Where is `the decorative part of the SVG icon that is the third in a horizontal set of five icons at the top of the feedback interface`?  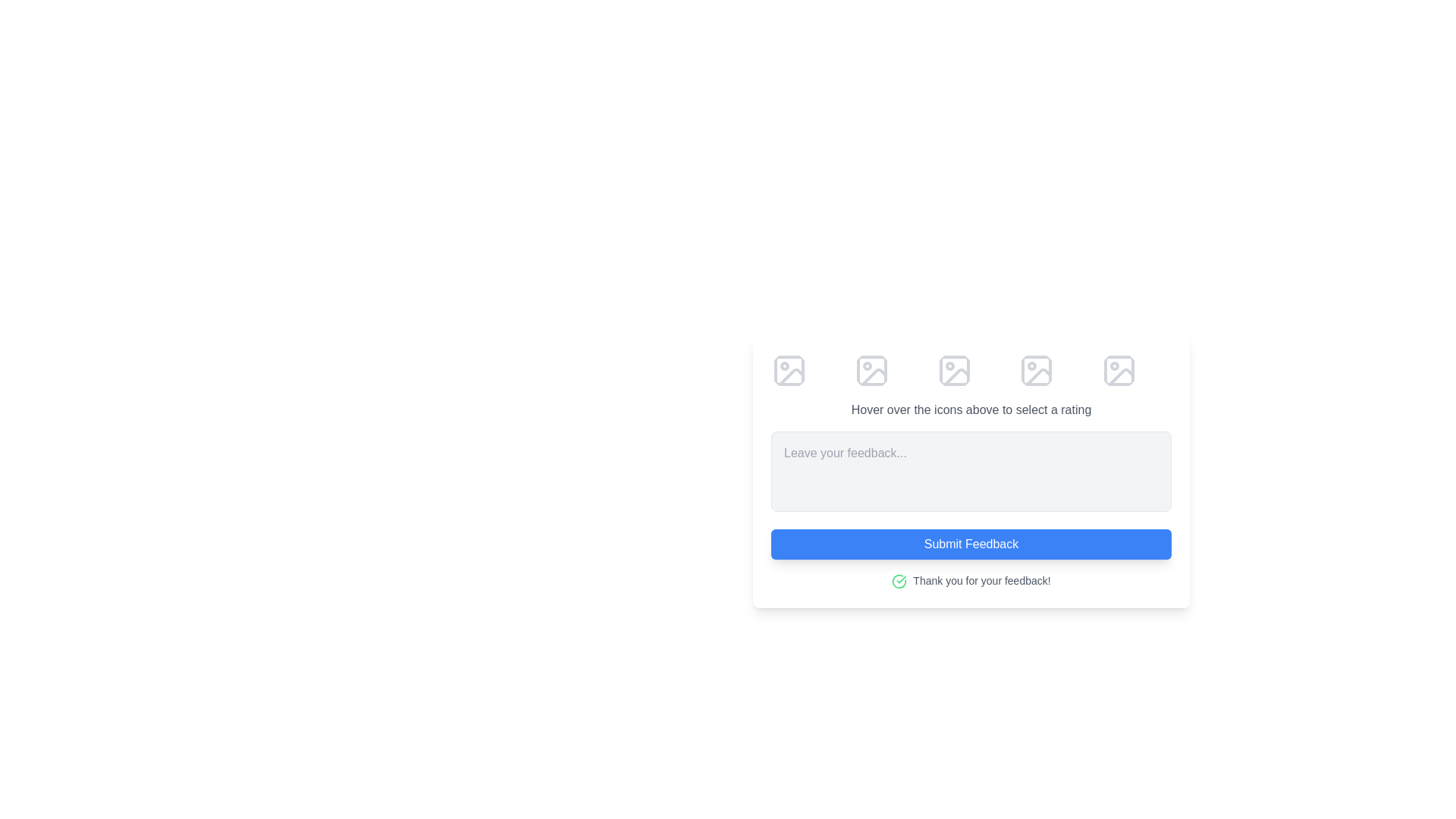 the decorative part of the SVG icon that is the third in a horizontal set of five icons at the top of the feedback interface is located at coordinates (953, 371).